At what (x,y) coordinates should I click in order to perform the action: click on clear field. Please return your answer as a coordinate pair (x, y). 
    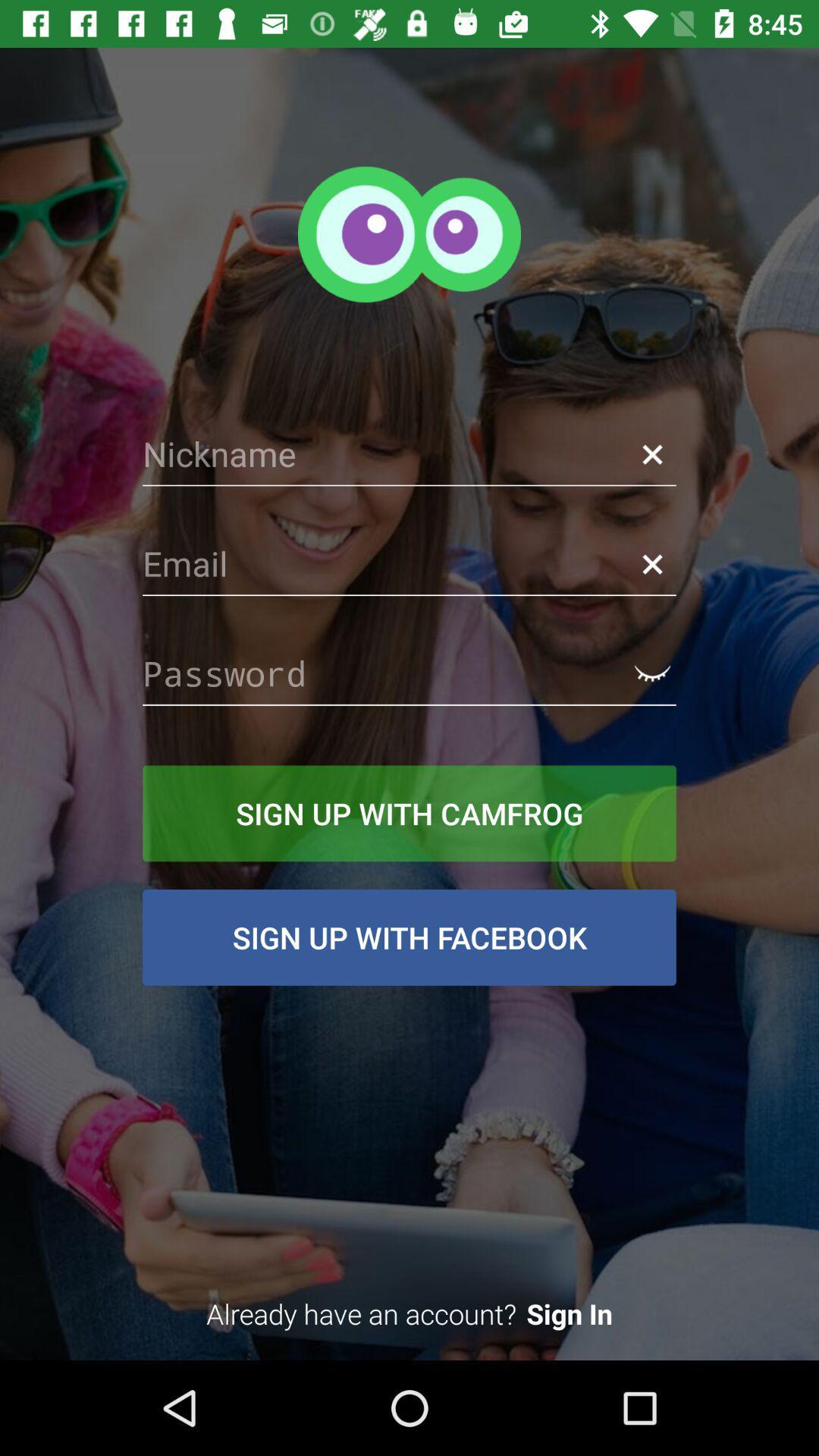
    Looking at the image, I should click on (651, 563).